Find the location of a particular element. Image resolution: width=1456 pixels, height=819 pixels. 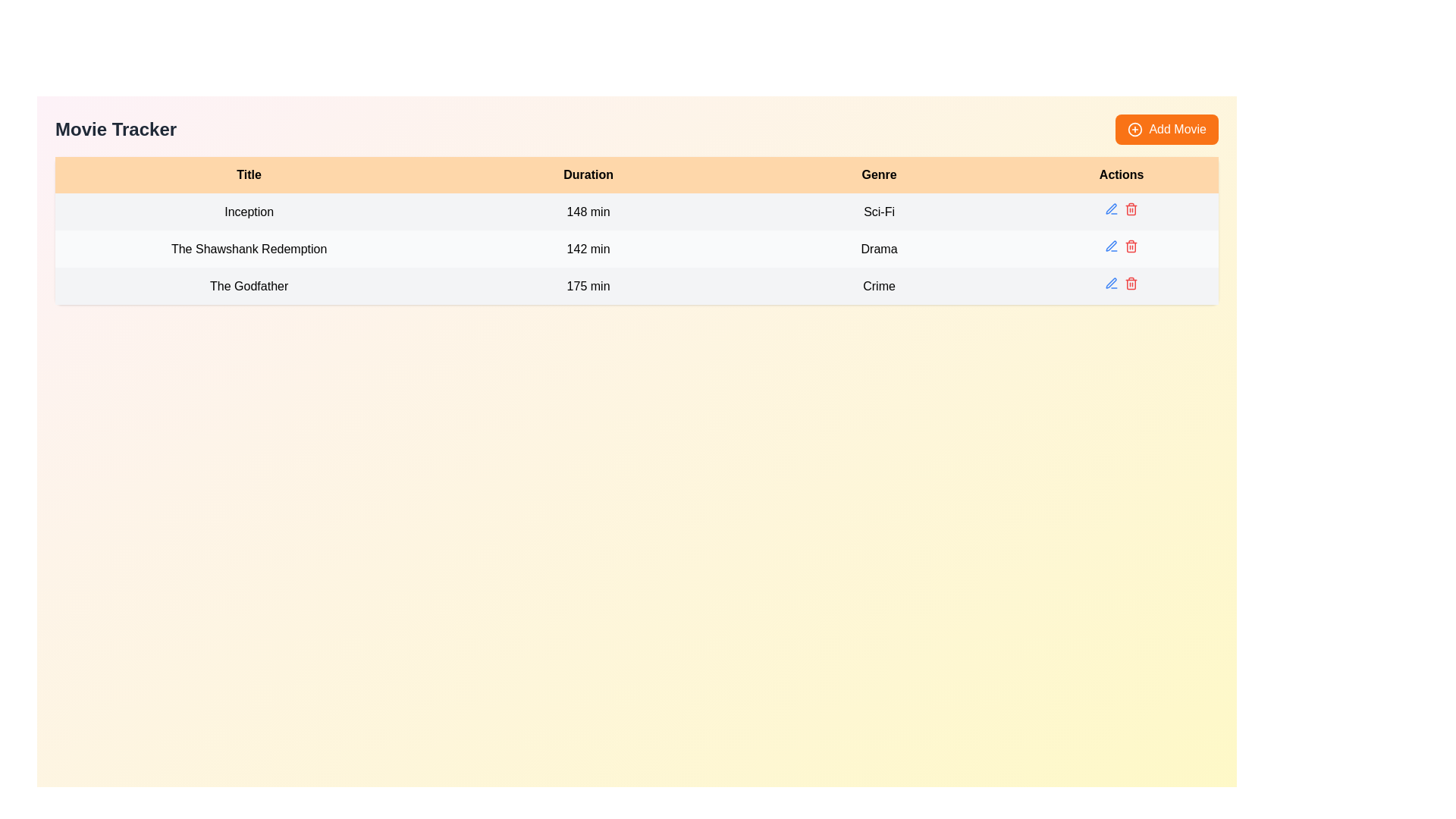

the red trash can icon button in the Actions column of the last row for the movie entry 'The Godfather' is located at coordinates (1131, 284).